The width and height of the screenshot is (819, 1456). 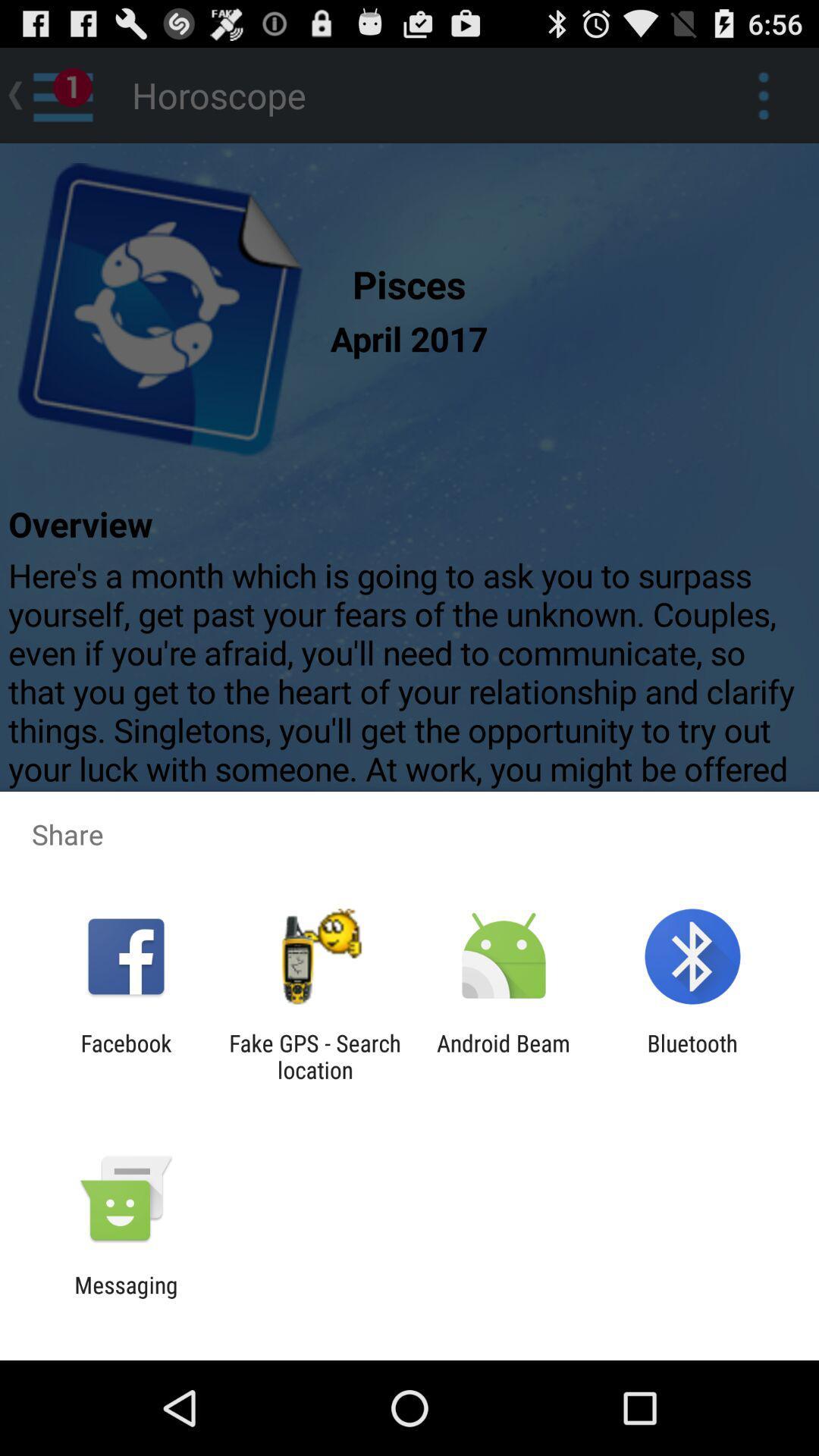 I want to click on the icon at the bottom right corner, so click(x=692, y=1056).